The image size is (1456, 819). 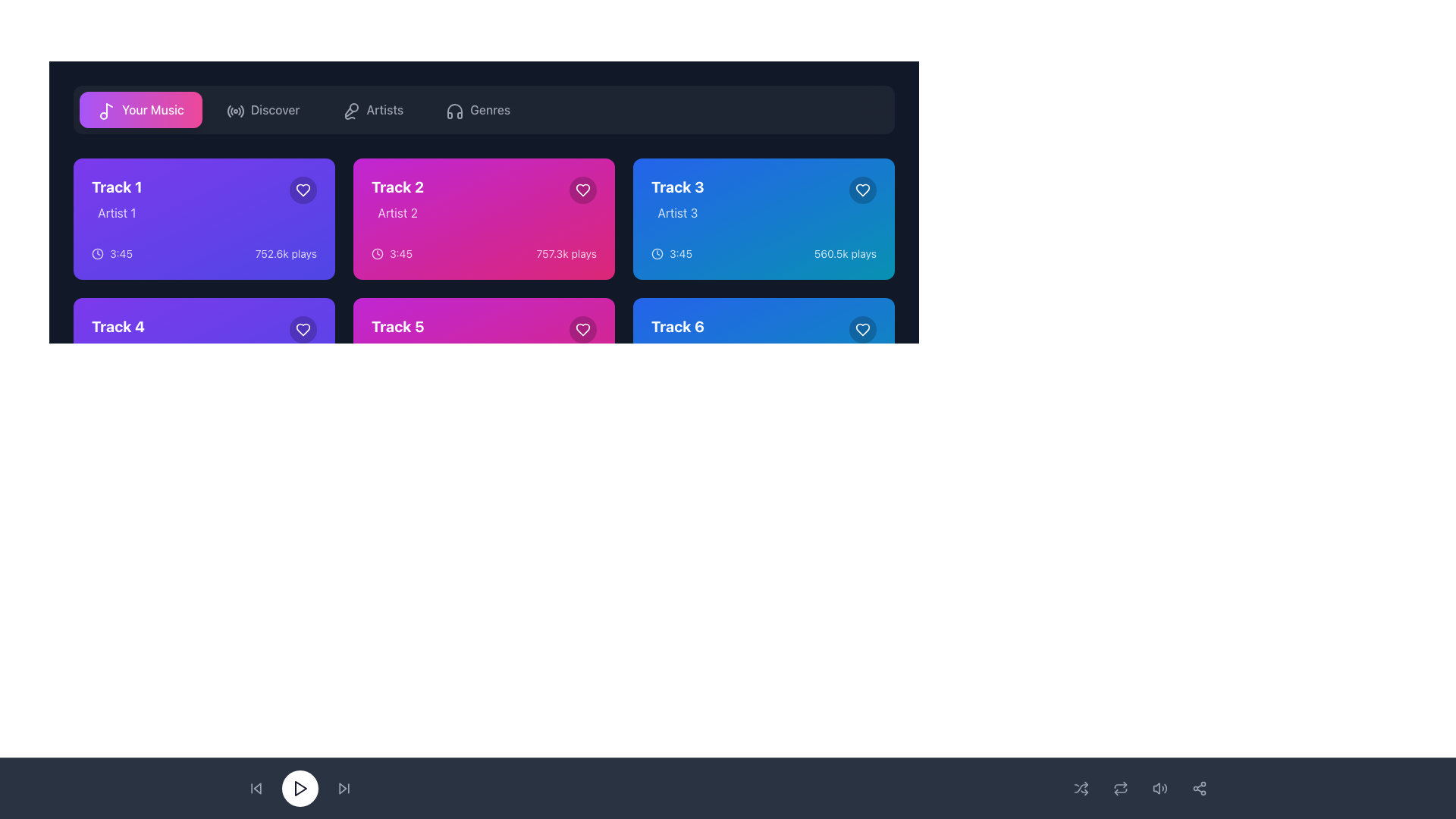 I want to click on the 'like' icon button located in the upper-right corner of the 'Track 6' box to like or unlike the track, so click(x=862, y=329).